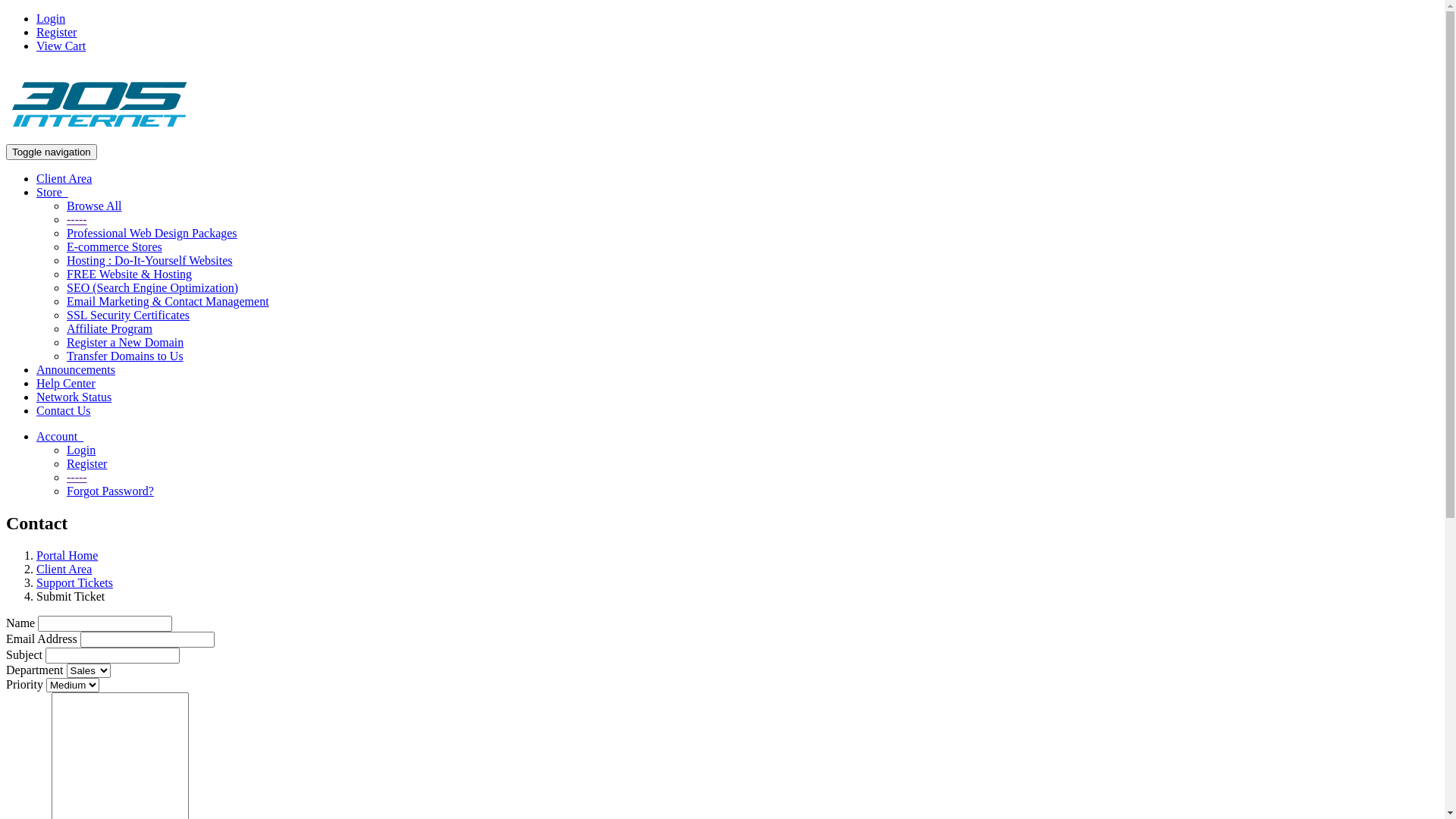 The image size is (1456, 819). What do you see at coordinates (93, 206) in the screenshot?
I see `'Browse All'` at bounding box center [93, 206].